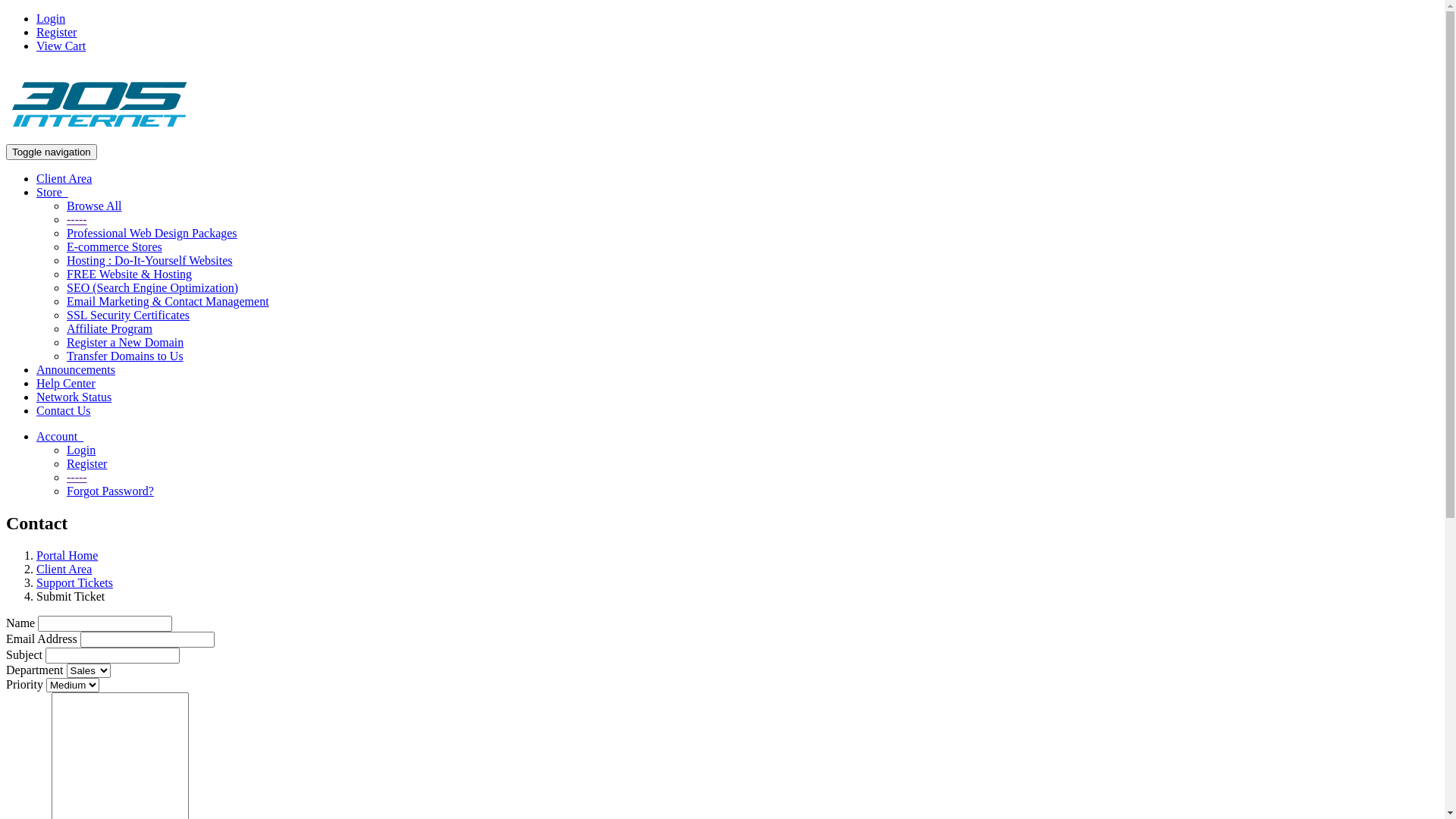 The image size is (1456, 819). What do you see at coordinates (93, 206) in the screenshot?
I see `'Browse All'` at bounding box center [93, 206].